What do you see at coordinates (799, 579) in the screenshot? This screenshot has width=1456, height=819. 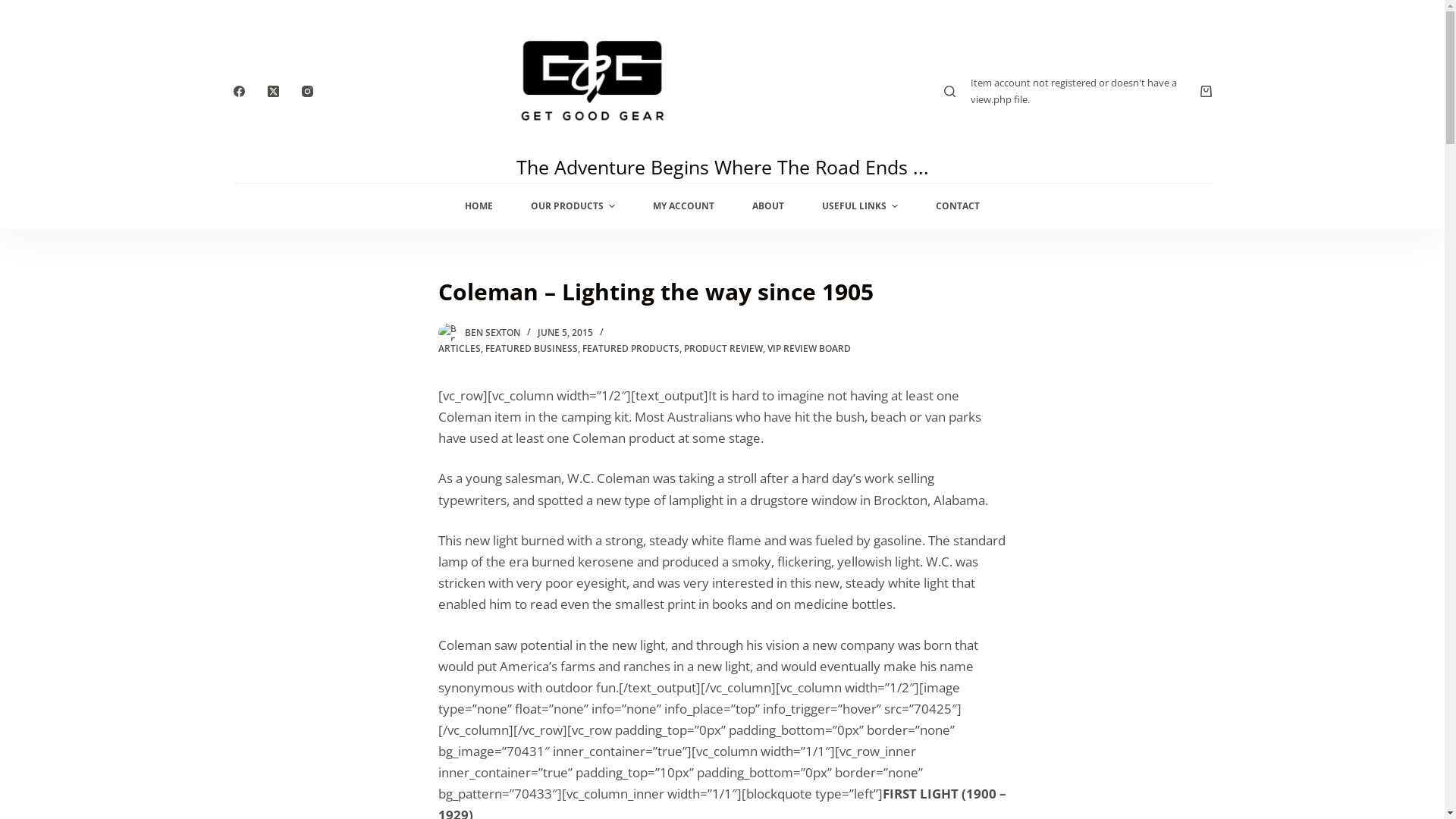 I see `'Terms & Conditions'` at bounding box center [799, 579].